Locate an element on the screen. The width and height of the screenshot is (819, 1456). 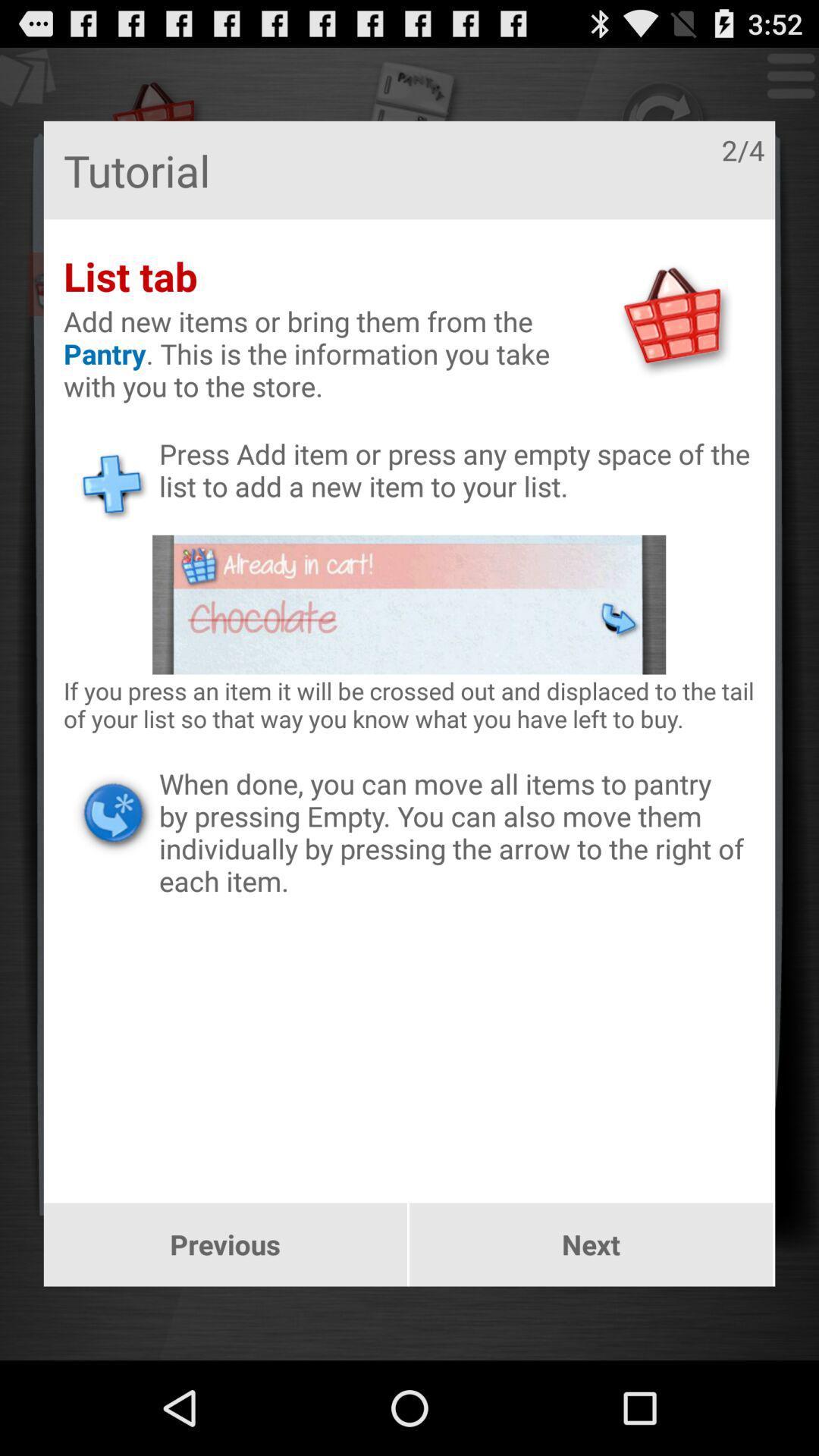
the button to the left of next item is located at coordinates (225, 1244).